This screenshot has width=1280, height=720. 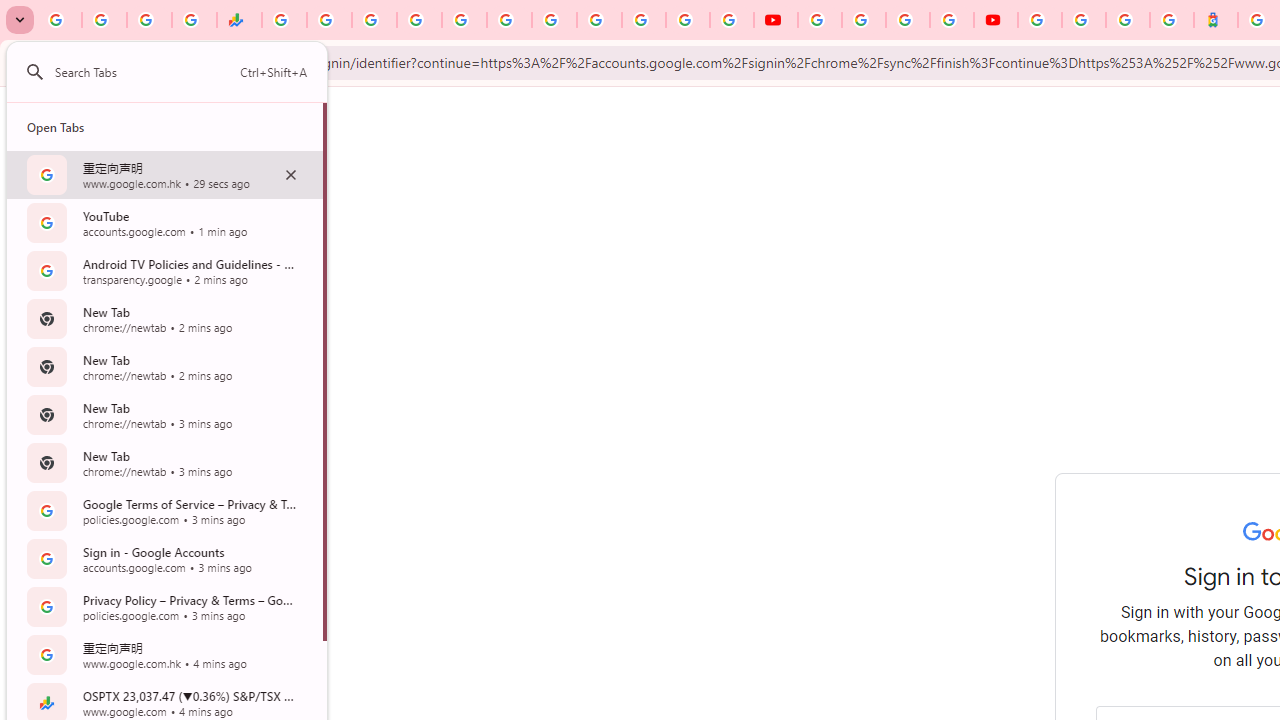 I want to click on 'AutomationID: baseSvg', so click(x=35, y=71).